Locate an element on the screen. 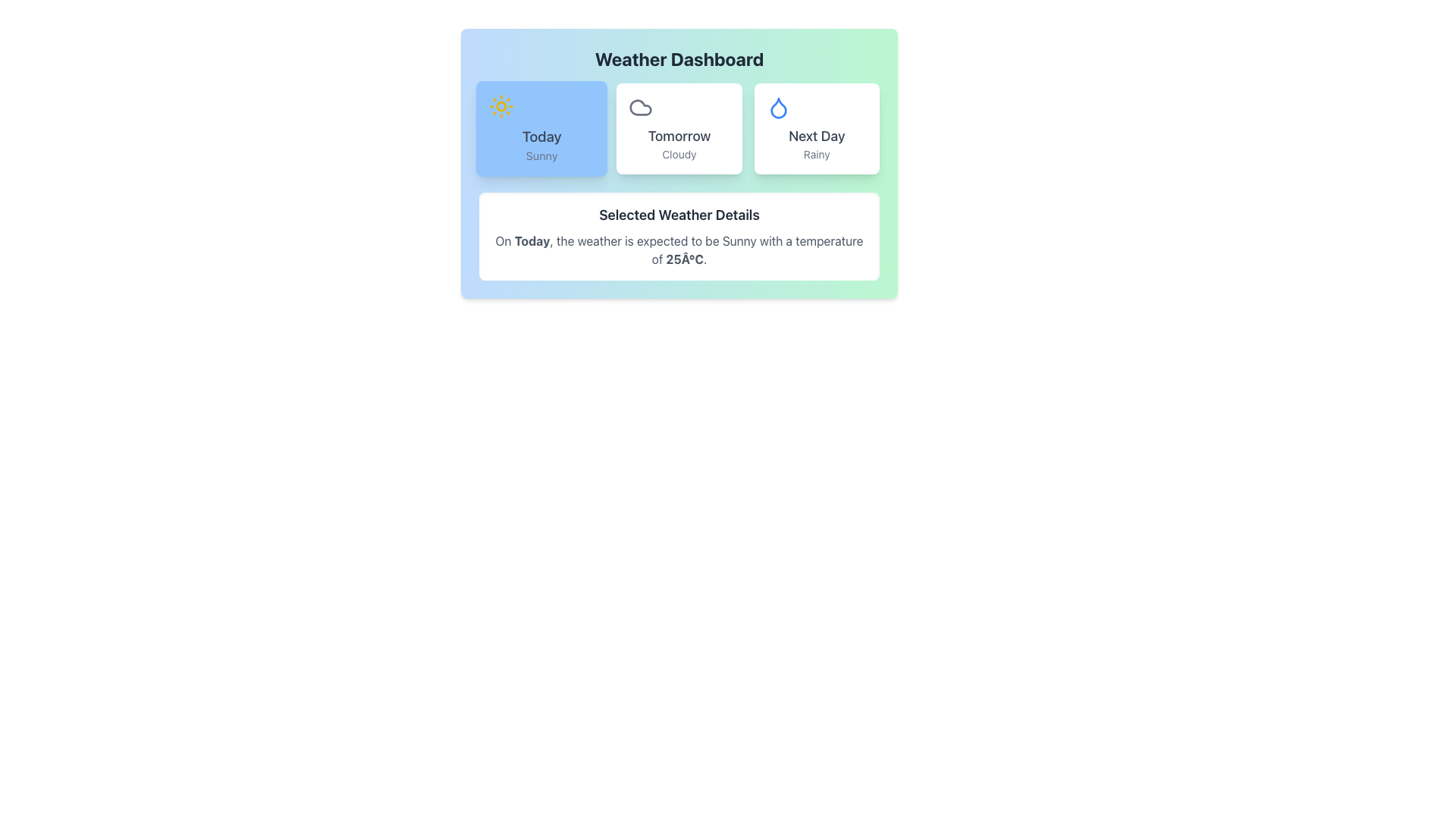  the label or title text for the 'Today' card, which identifies the card's context in the Weather Dashboard is located at coordinates (541, 136).